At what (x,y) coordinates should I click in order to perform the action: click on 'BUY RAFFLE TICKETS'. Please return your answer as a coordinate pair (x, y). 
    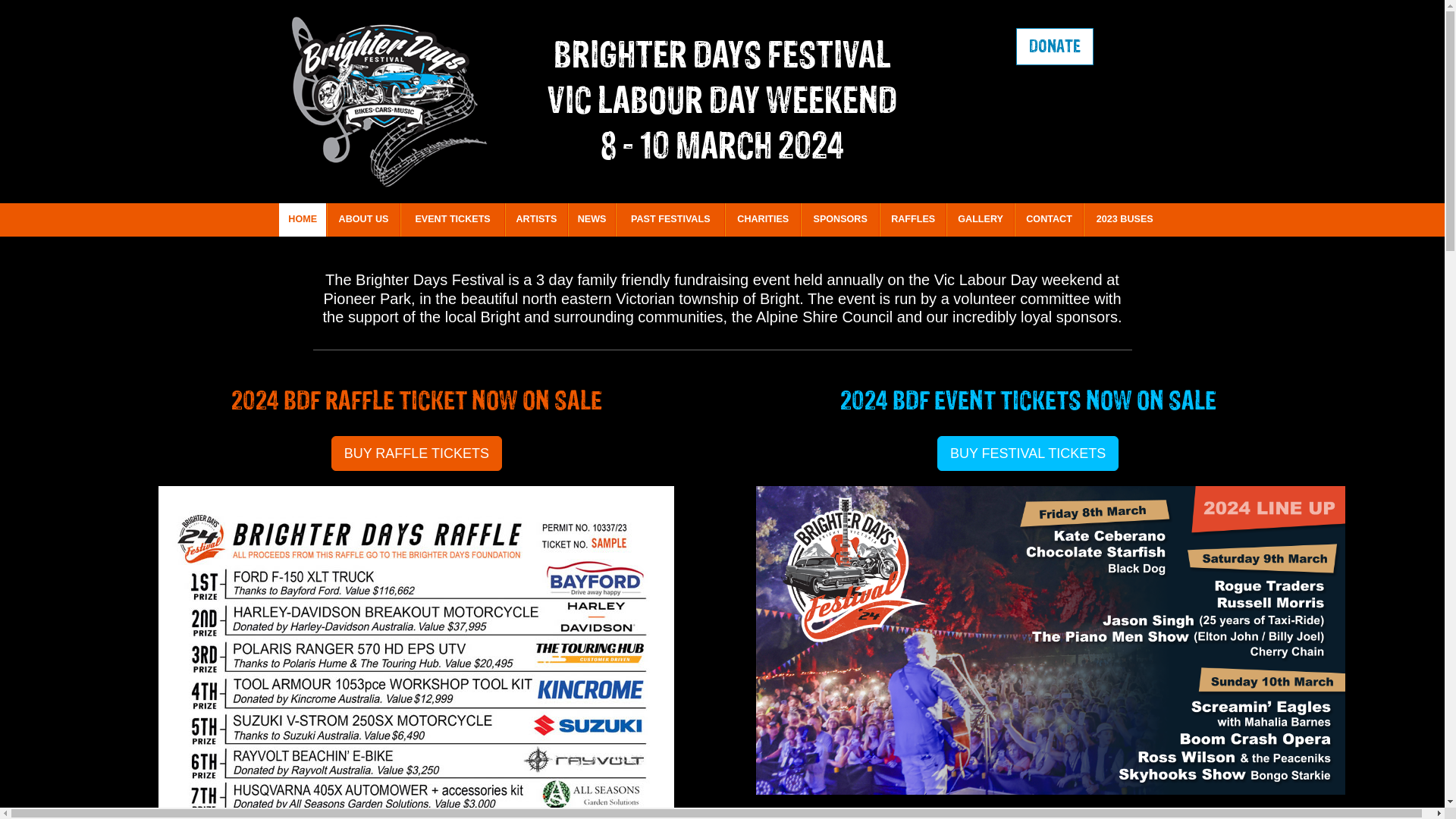
    Looking at the image, I should click on (416, 452).